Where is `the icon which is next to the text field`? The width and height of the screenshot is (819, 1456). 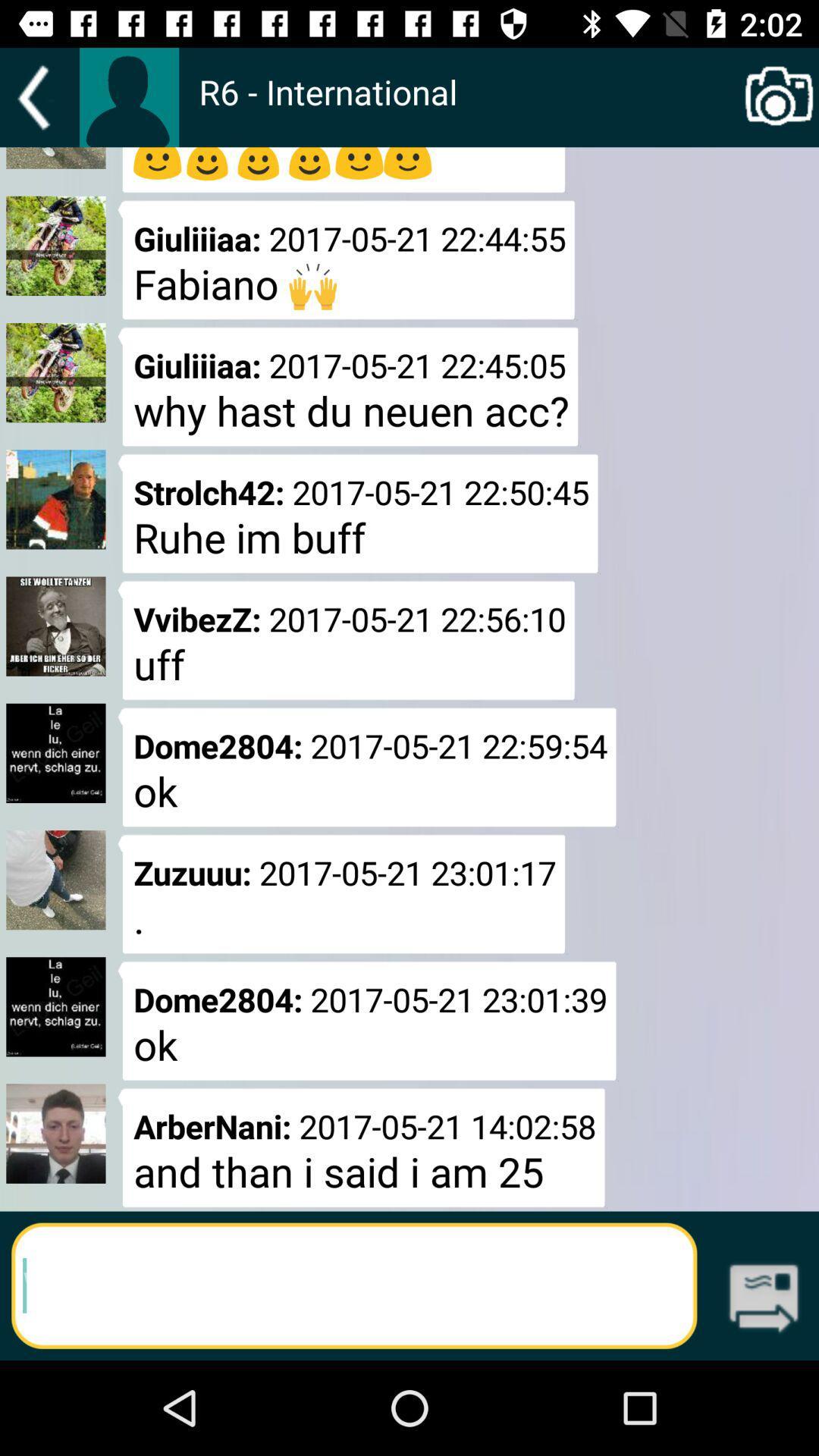 the icon which is next to the text field is located at coordinates (764, 1299).